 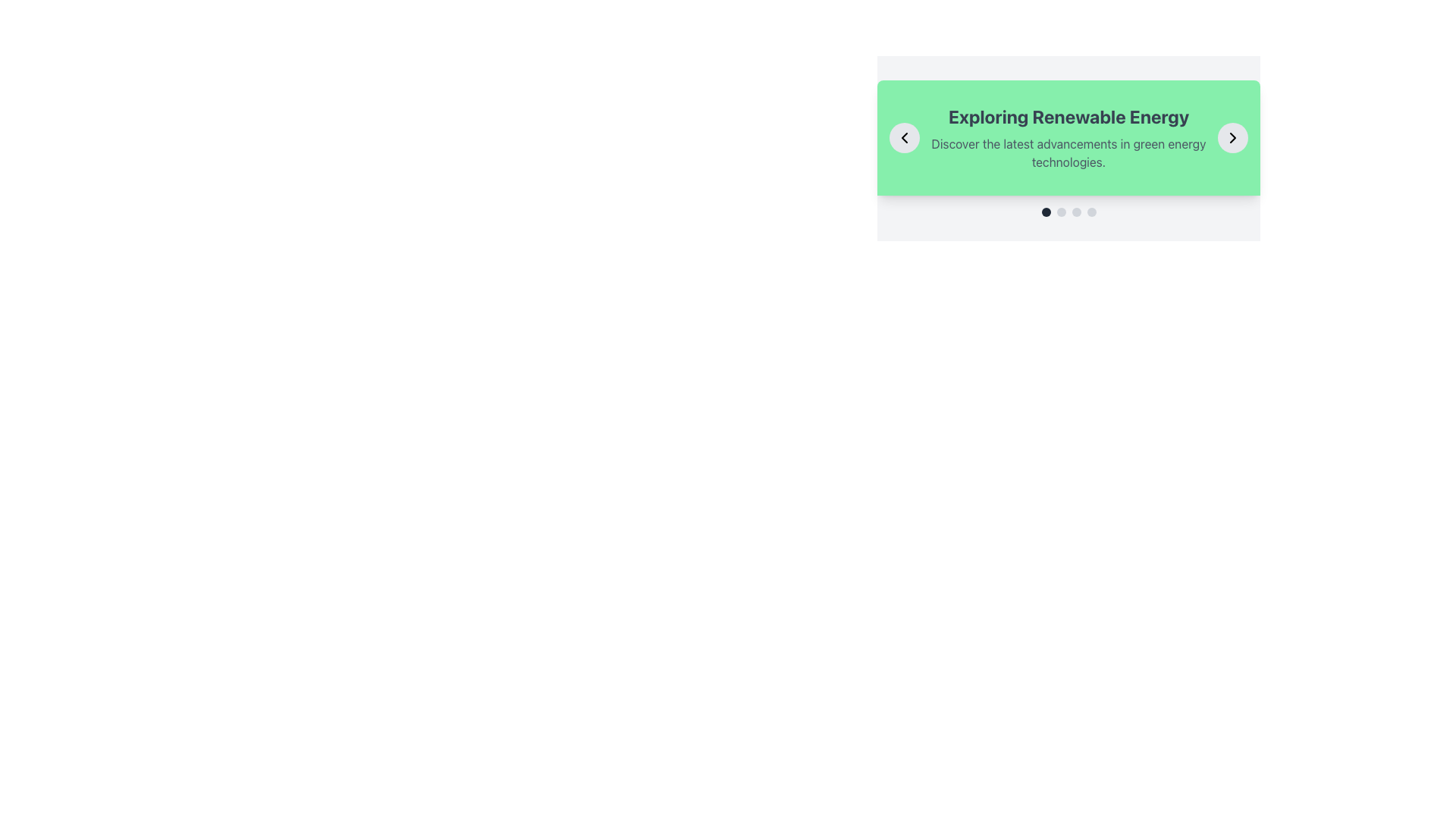 What do you see at coordinates (1075, 212) in the screenshot?
I see `the third circular pagination indicator located below the 'Exploring Renewable Energy' section` at bounding box center [1075, 212].